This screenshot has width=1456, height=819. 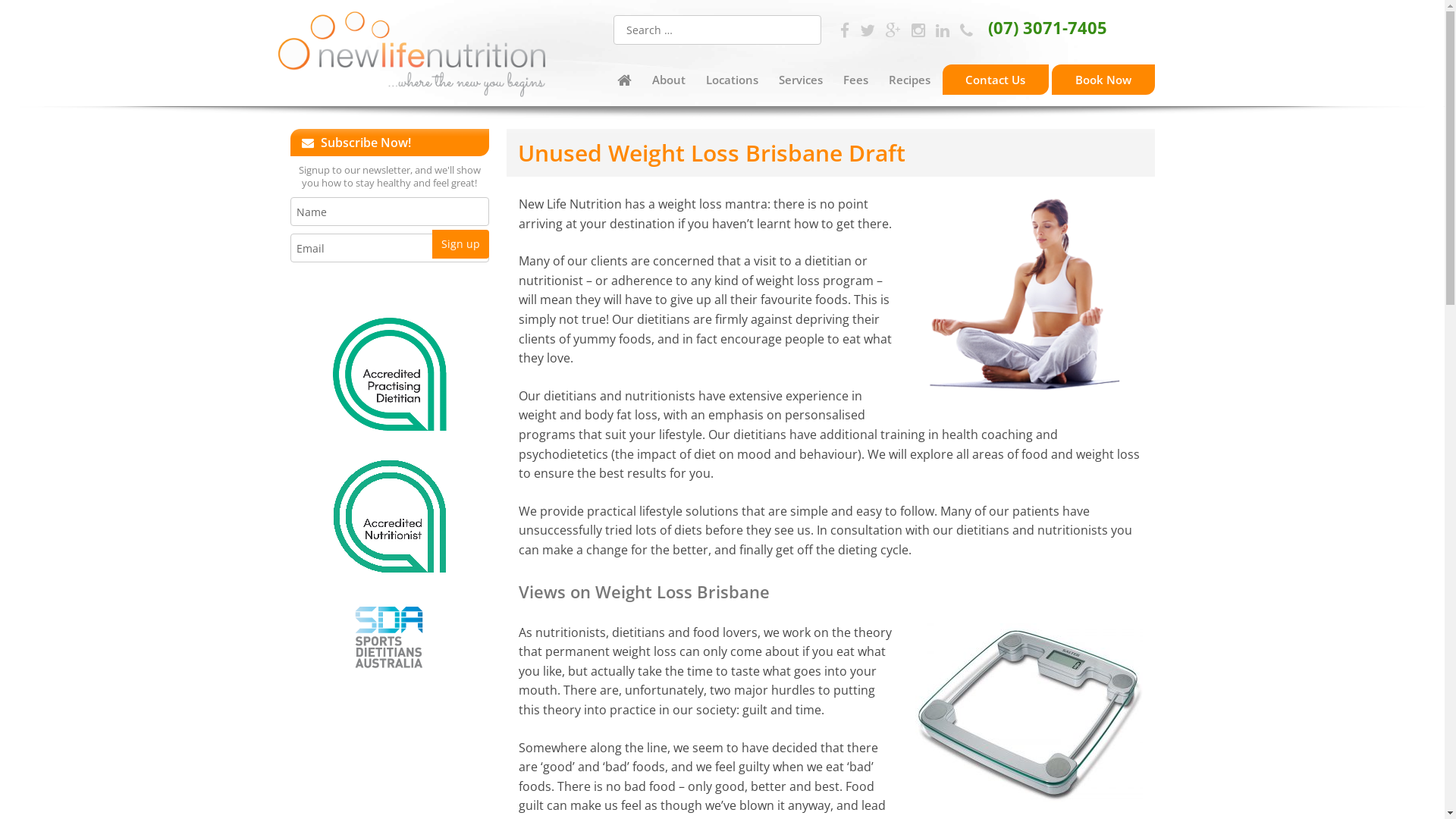 I want to click on 'About', so click(x=667, y=79).